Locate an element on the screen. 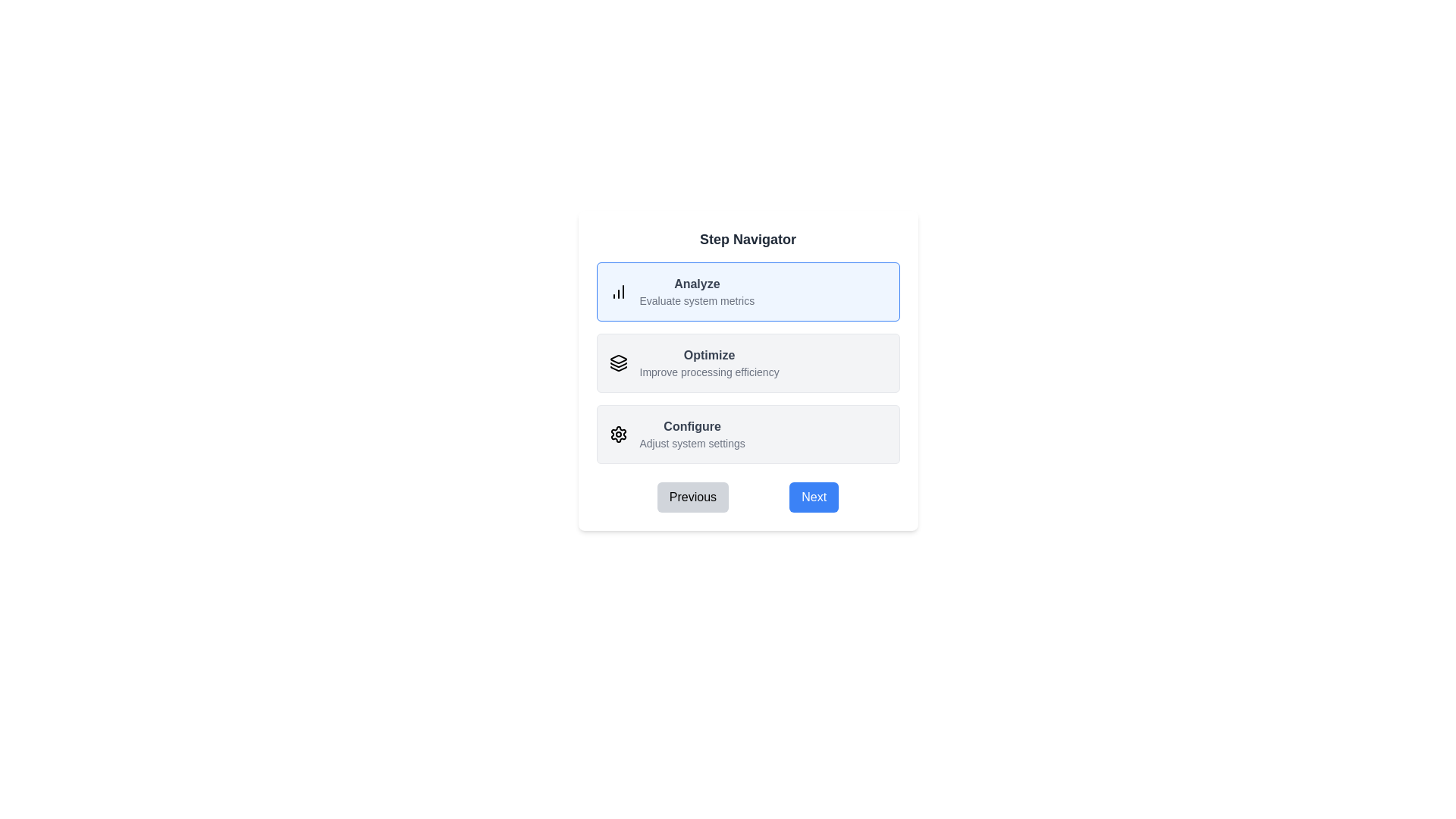  the third selectable option in the vertically stacked list for adjusting system configuration settings, located below the 'Optimize' option is located at coordinates (748, 435).